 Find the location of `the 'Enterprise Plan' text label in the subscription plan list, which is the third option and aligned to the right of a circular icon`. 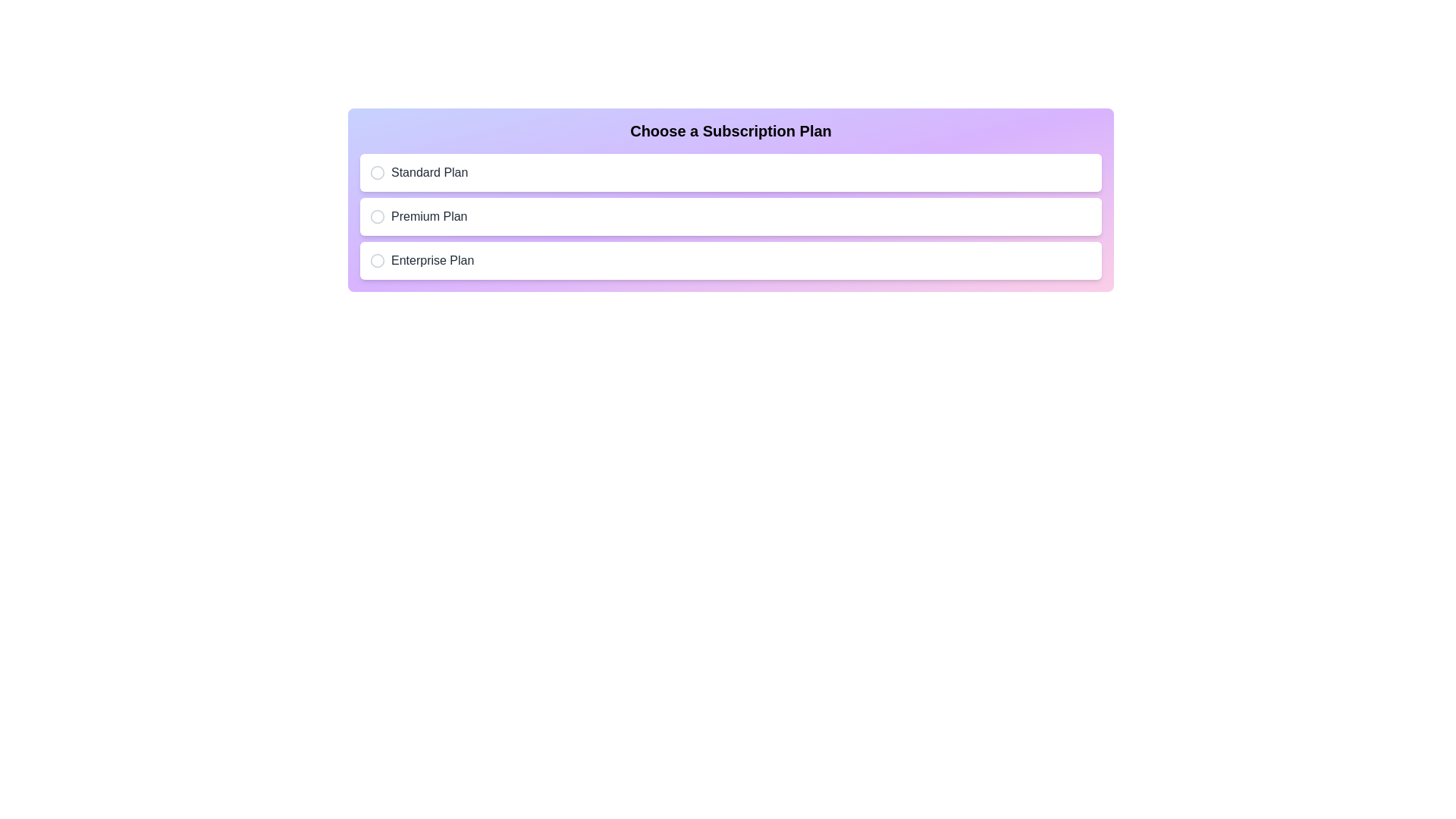

the 'Enterprise Plan' text label in the subscription plan list, which is the third option and aligned to the right of a circular icon is located at coordinates (431, 259).